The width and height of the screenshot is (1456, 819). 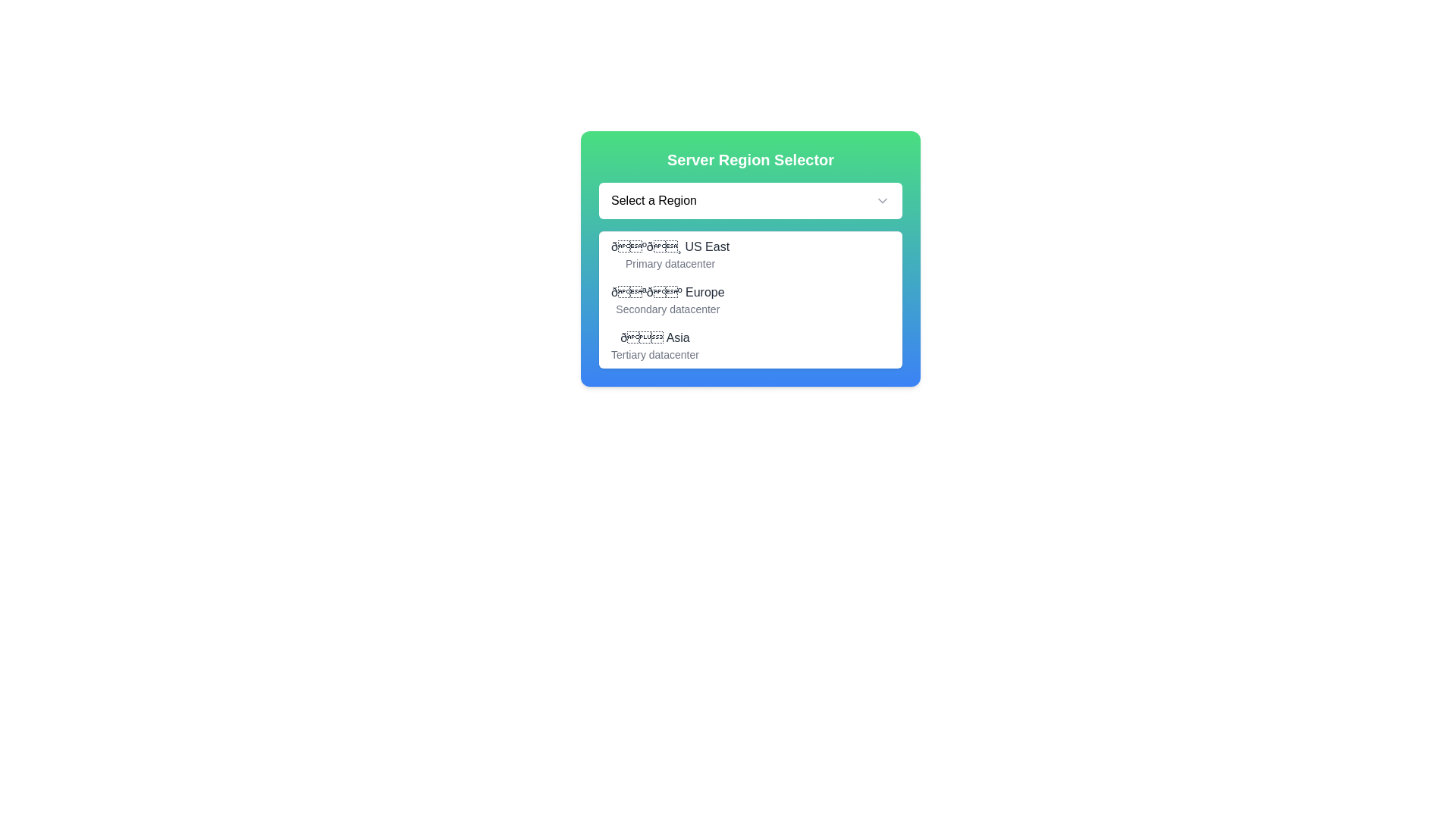 I want to click on the text label reading 'Primary datacenter', which is styled in gray and located beneath the '🇺🇸 US East' label in a dropdown menu, so click(x=669, y=262).